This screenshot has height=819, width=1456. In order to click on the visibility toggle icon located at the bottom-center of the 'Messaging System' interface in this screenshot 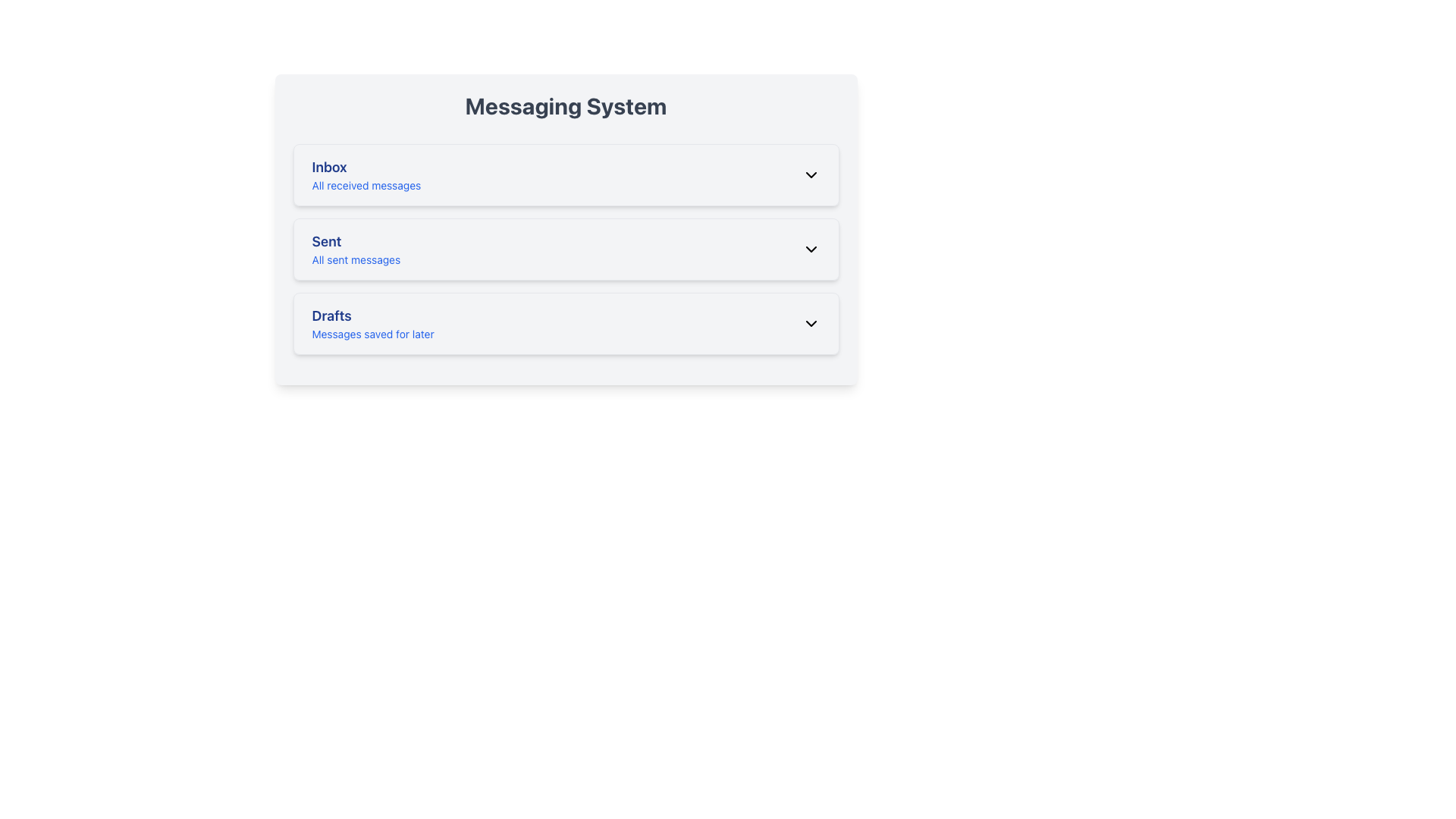, I will do `click(810, 248)`.